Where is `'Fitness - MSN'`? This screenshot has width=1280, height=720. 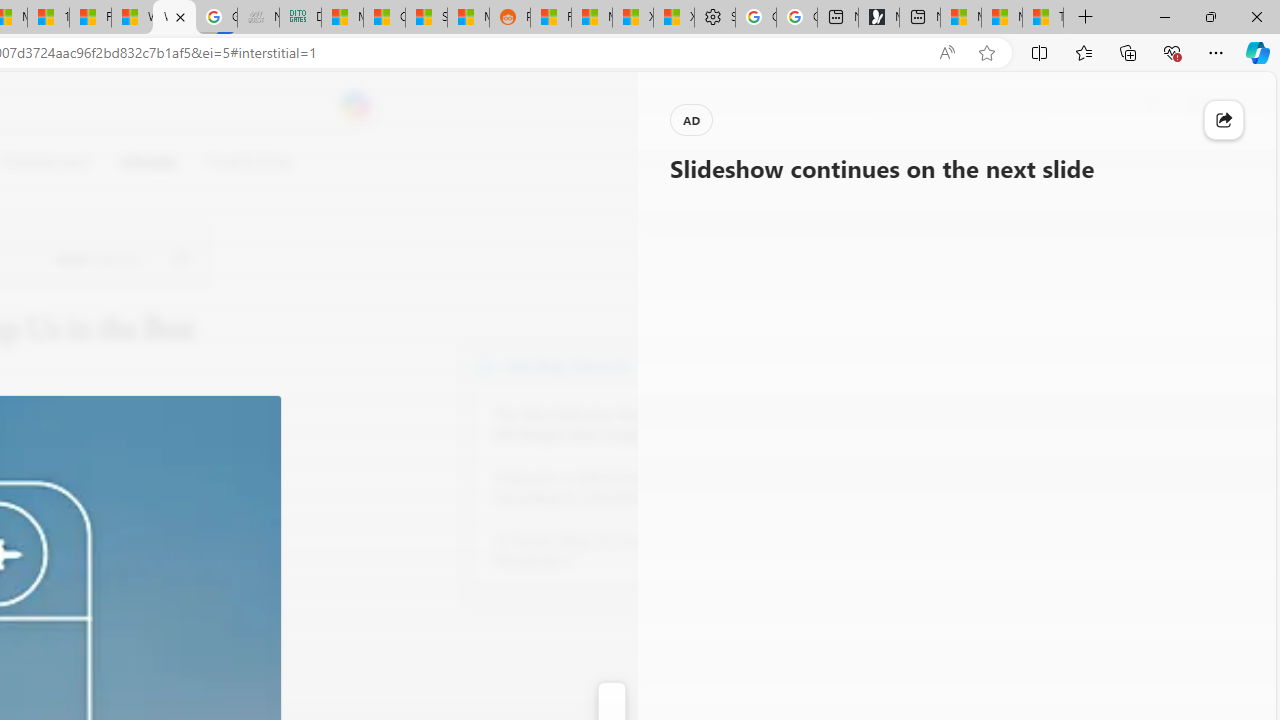 'Fitness - MSN' is located at coordinates (89, 17).